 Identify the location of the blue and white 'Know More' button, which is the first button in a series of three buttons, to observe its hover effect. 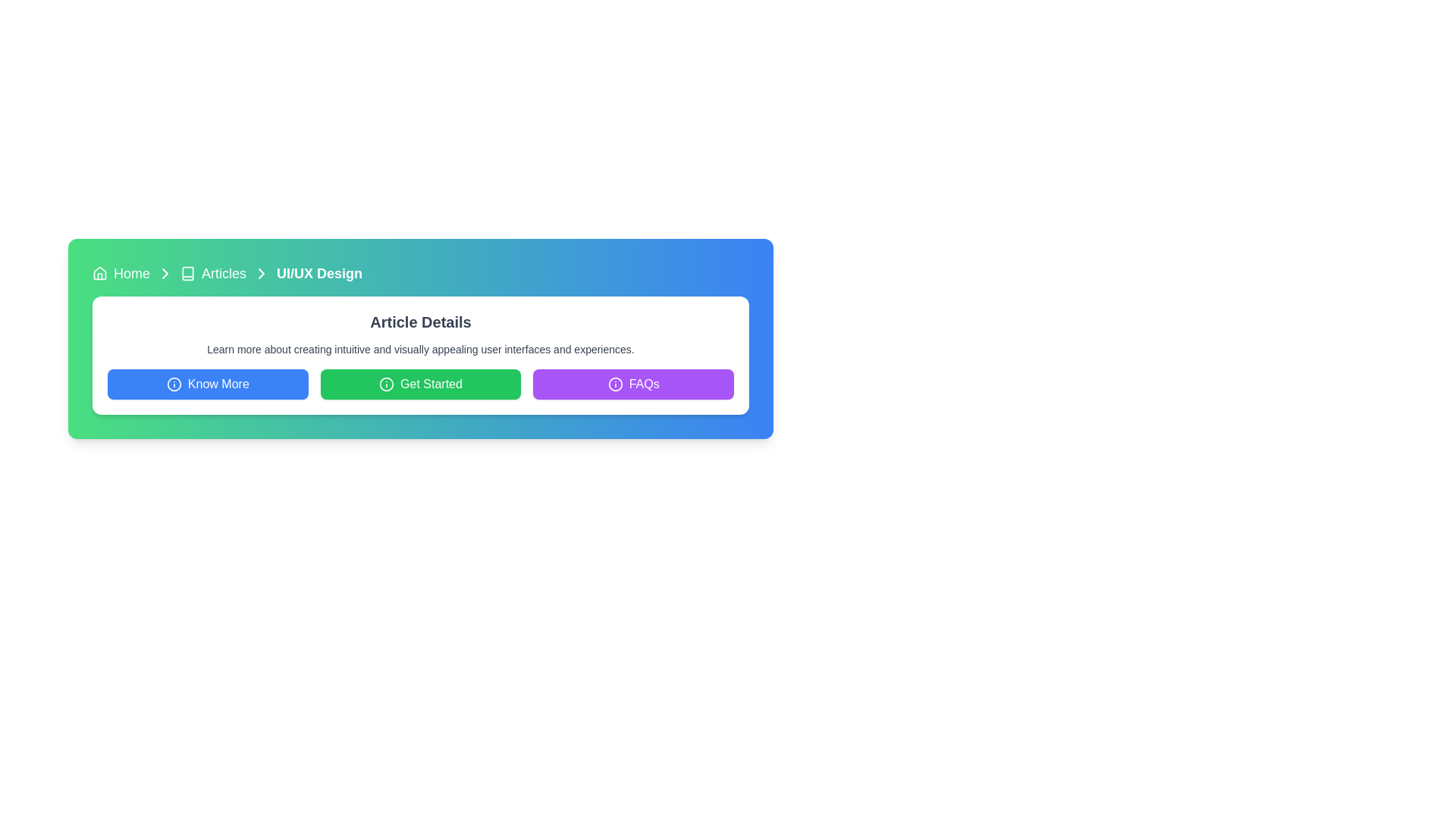
(207, 383).